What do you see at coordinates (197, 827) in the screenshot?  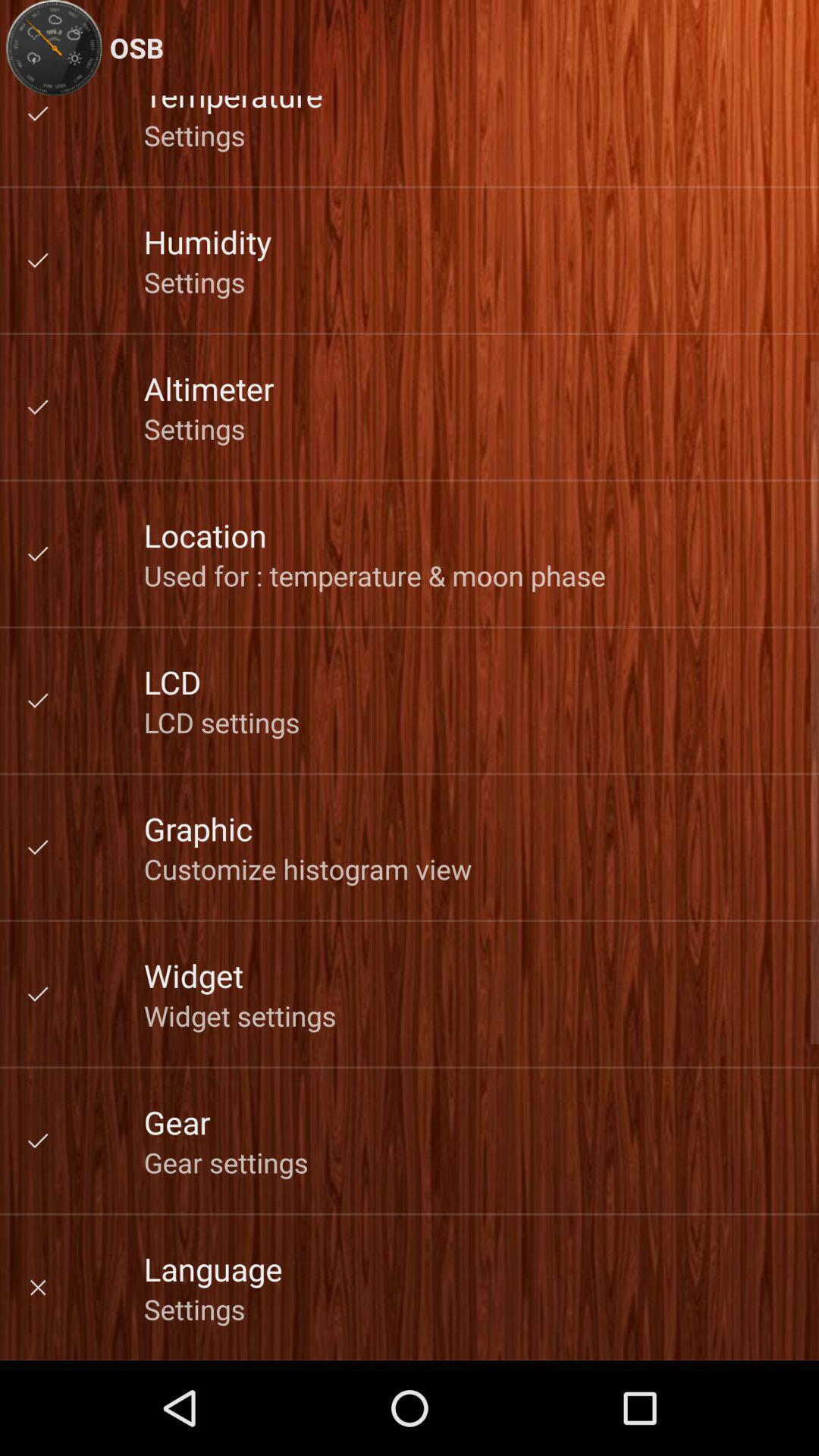 I see `app above the customize histogram view` at bounding box center [197, 827].